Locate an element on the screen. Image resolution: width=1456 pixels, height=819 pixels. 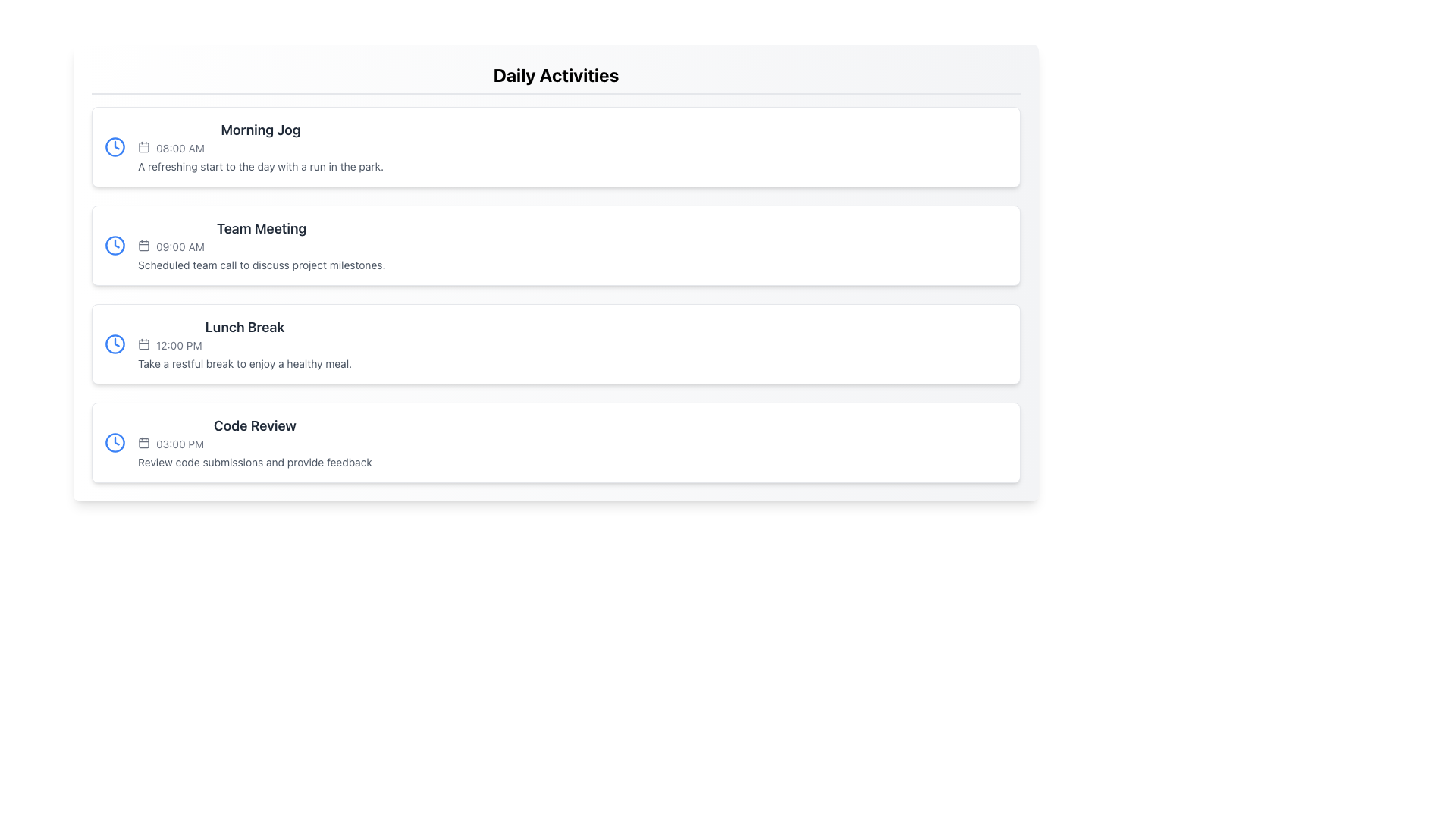
the calendar icon, which is a square shape with rounded corners, filled in red, located in the Daily Activities list next to '03:00 PM' for the task 'Code Review' is located at coordinates (144, 442).